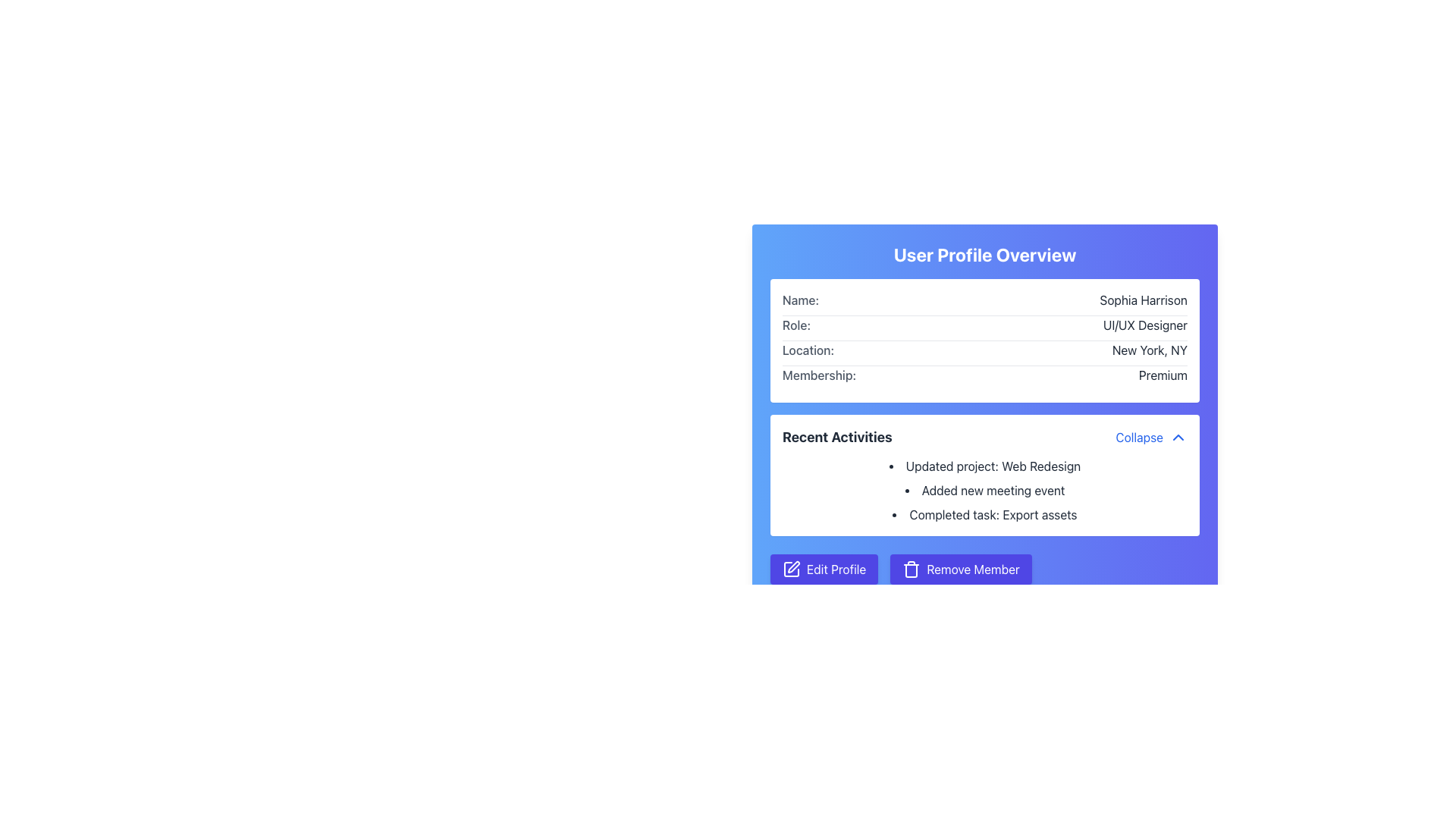 This screenshot has height=819, width=1456. What do you see at coordinates (1150, 350) in the screenshot?
I see `the static text display showing 'New York, NY', which is part of the user profile interface and located to the right of the label 'Location:'` at bounding box center [1150, 350].